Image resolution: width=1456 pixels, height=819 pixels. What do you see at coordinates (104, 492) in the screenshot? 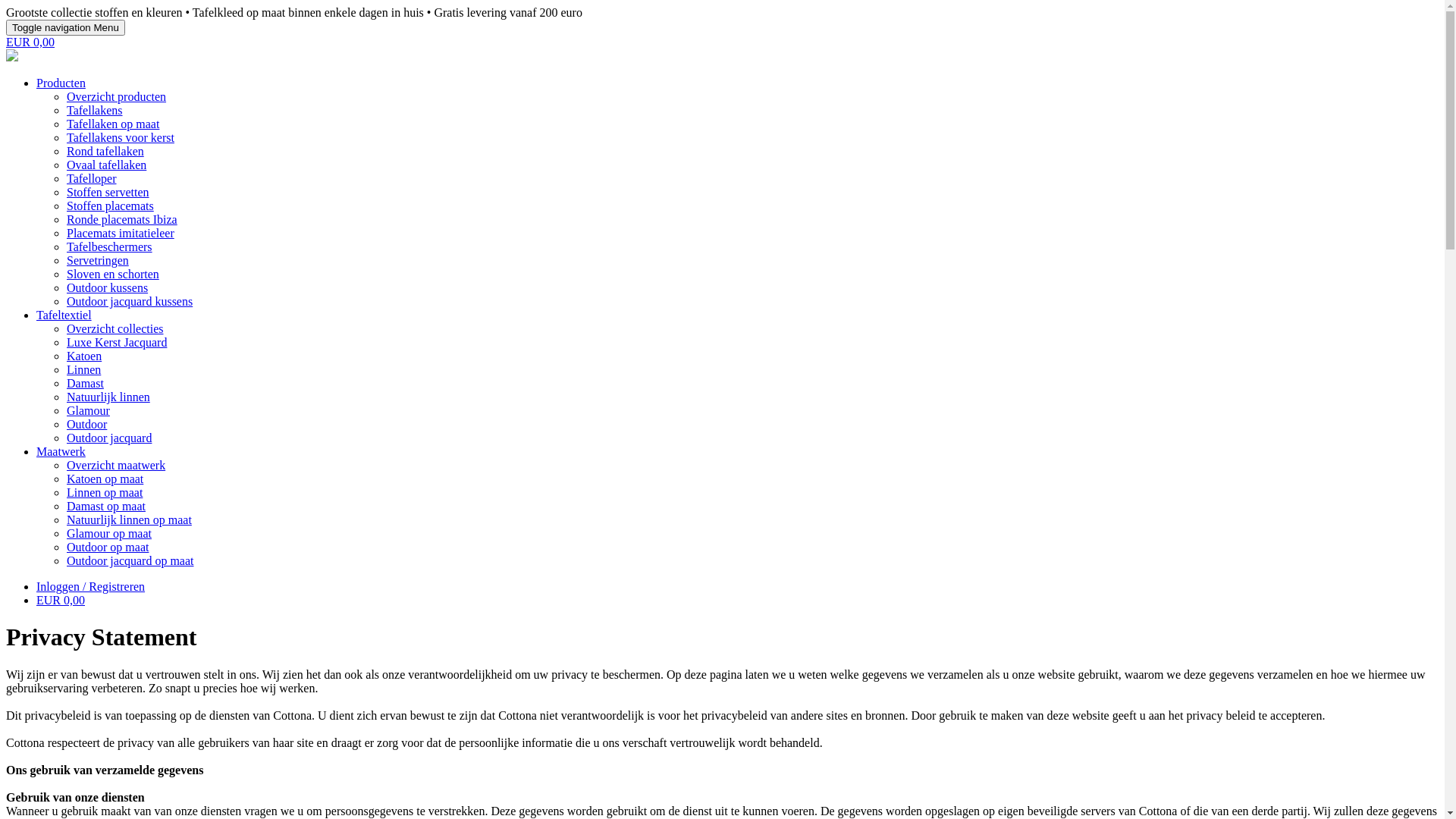
I see `'Linnen op maat'` at bounding box center [104, 492].